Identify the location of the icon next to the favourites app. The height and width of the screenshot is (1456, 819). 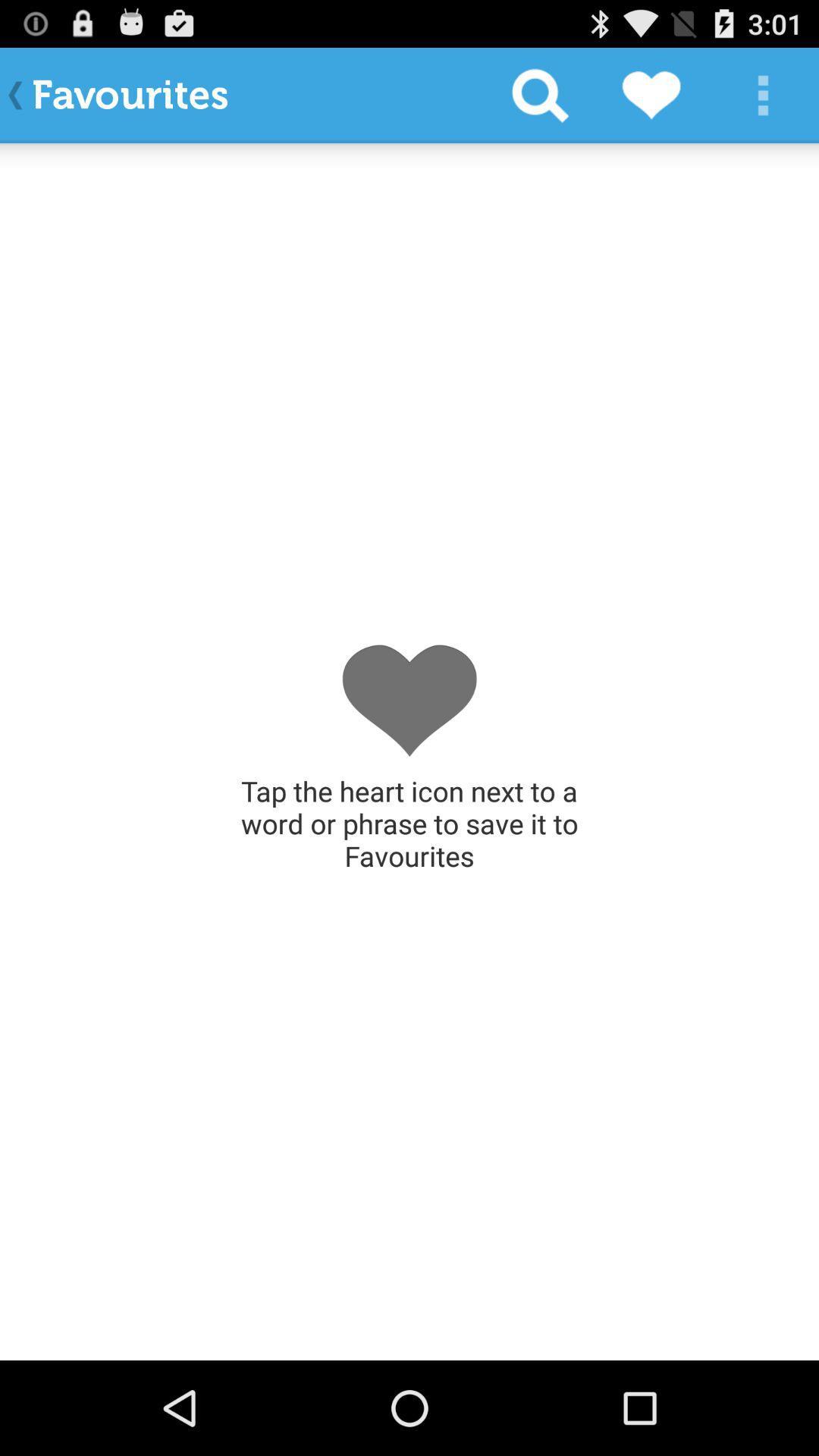
(539, 94).